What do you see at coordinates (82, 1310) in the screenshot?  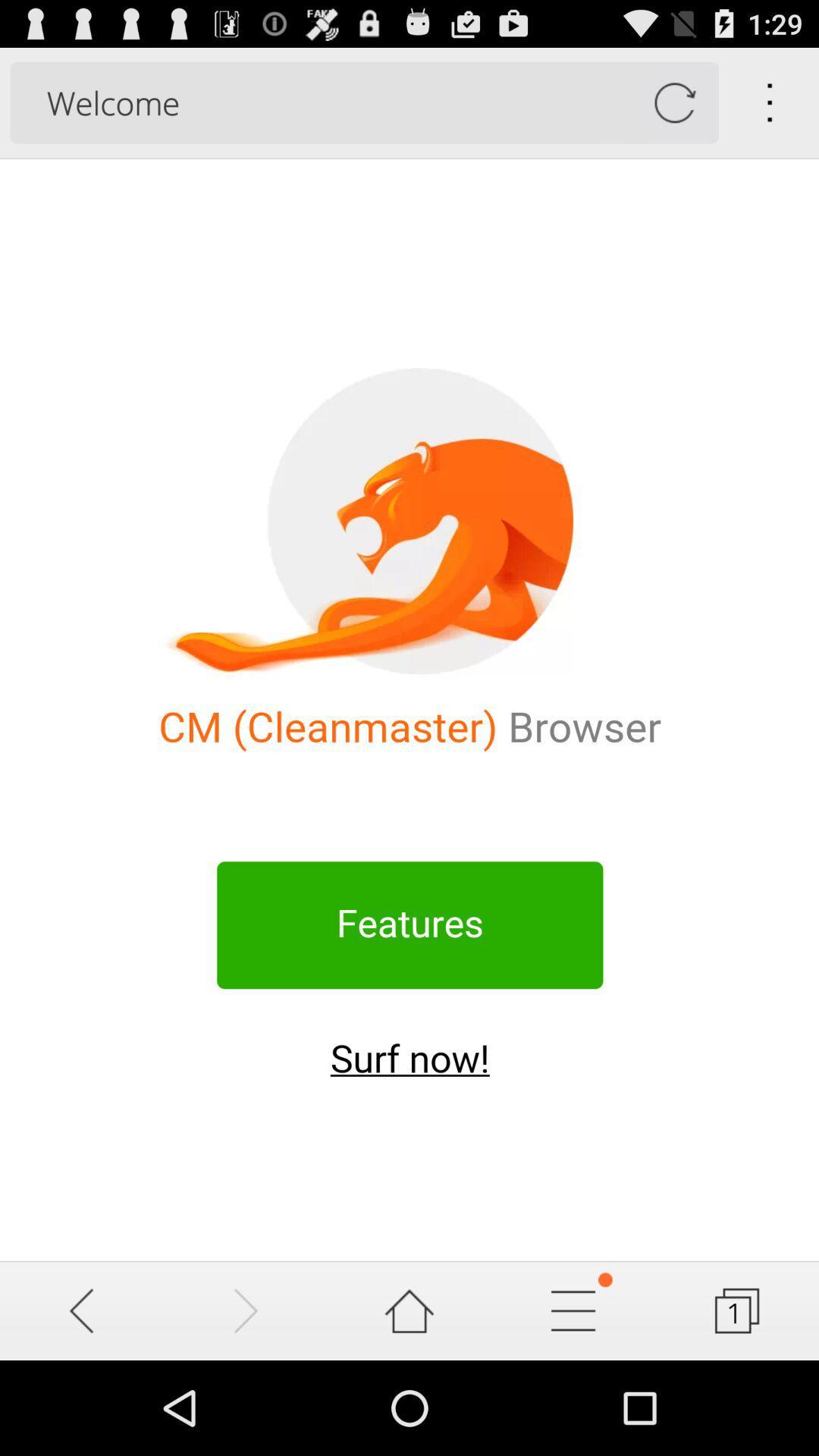 I see `previous` at bounding box center [82, 1310].